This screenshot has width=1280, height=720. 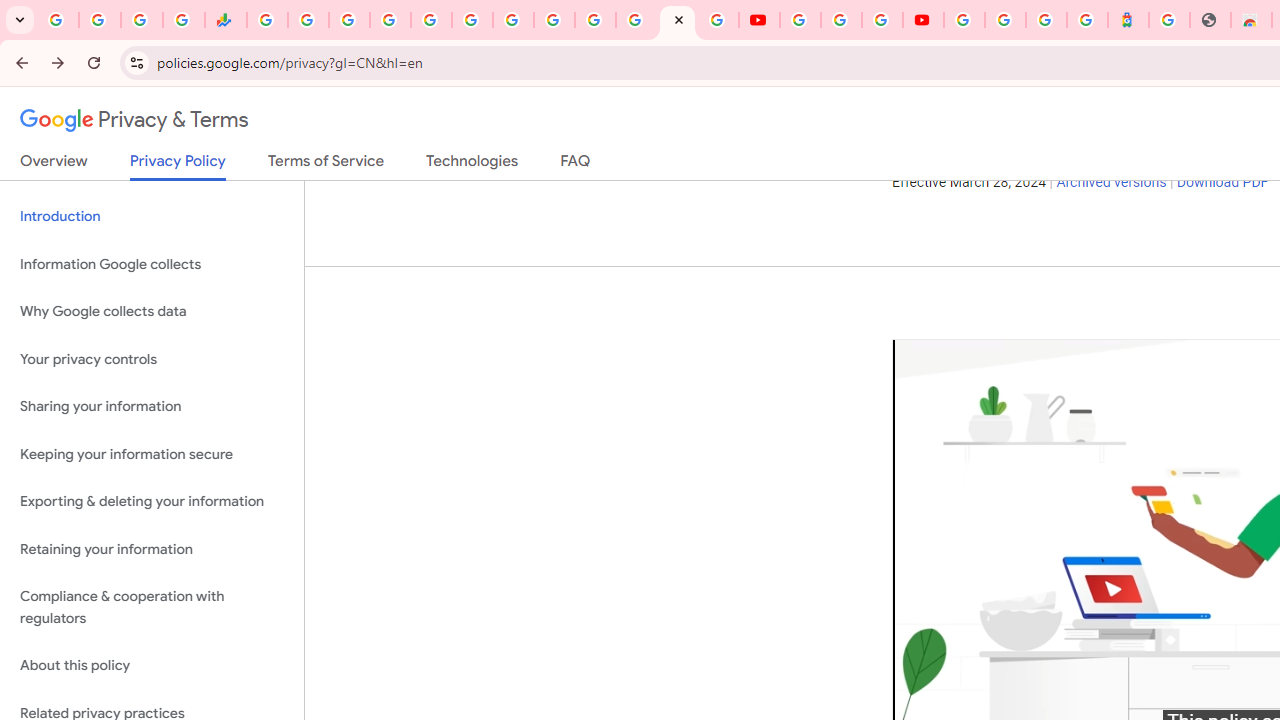 What do you see at coordinates (880, 20) in the screenshot?
I see `'Create your Google Account'` at bounding box center [880, 20].